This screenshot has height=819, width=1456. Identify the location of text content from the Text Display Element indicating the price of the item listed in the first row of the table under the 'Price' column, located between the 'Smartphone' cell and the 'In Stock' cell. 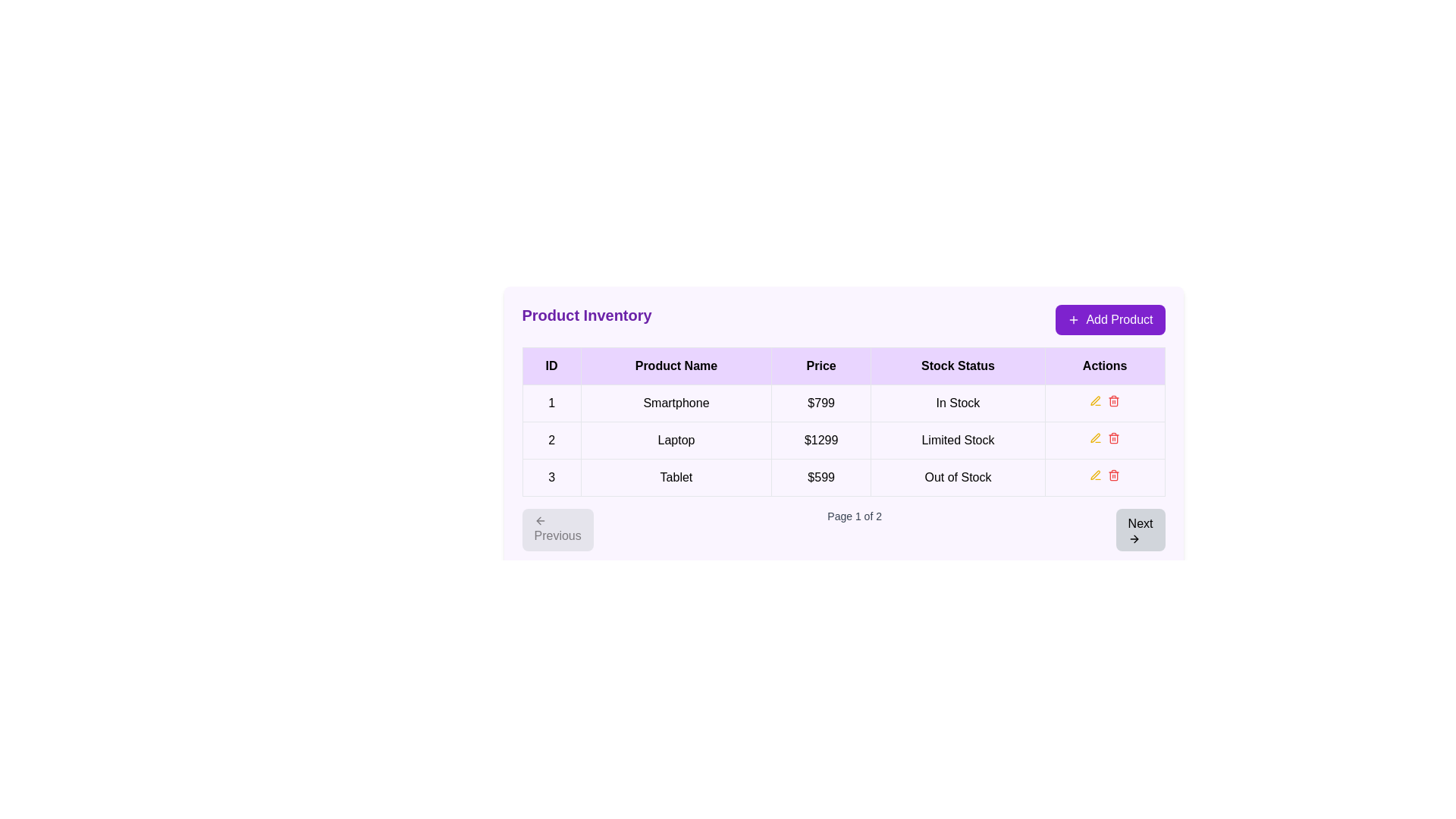
(821, 403).